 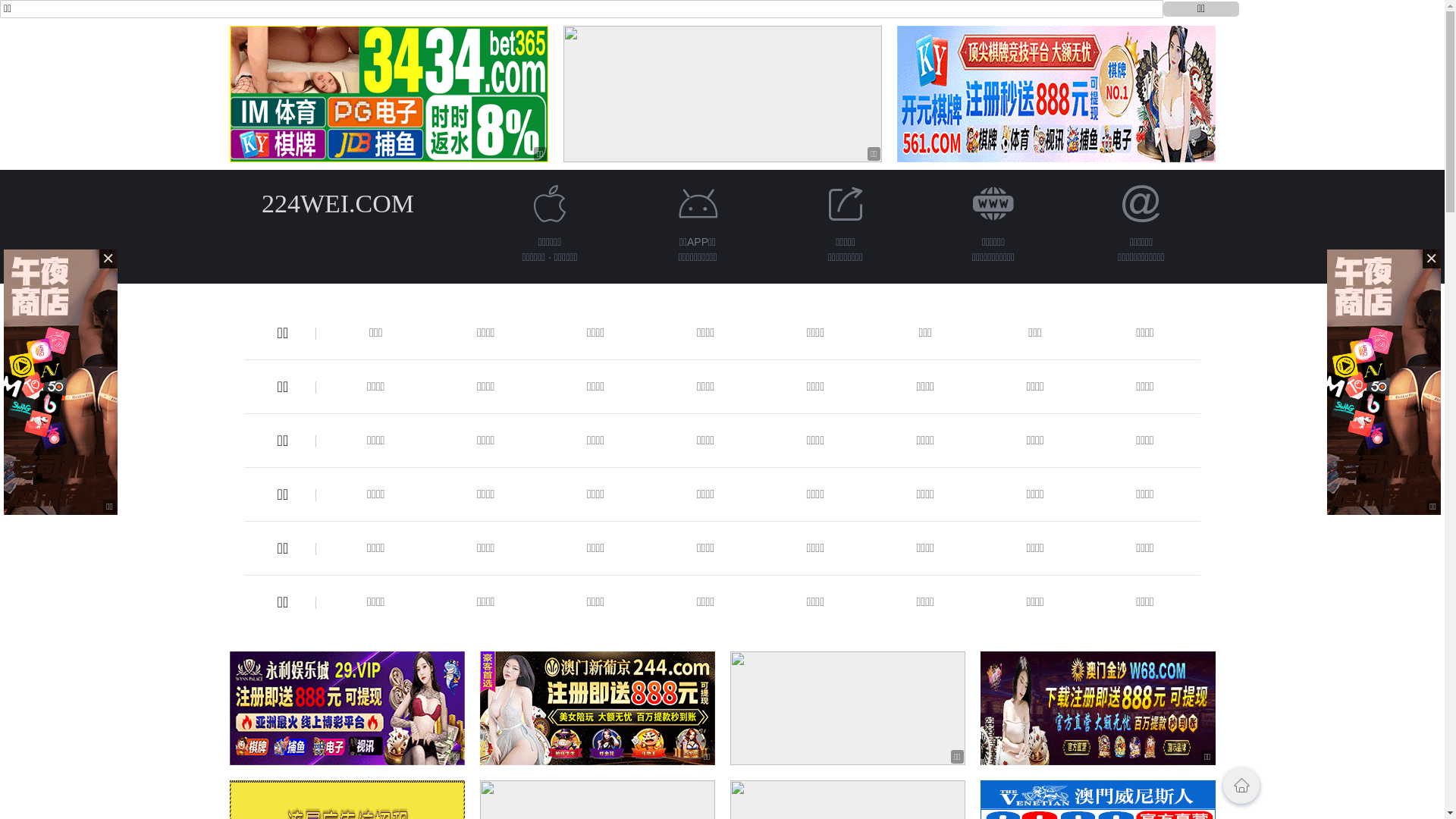 I want to click on '224WEI.COM', so click(x=337, y=202).